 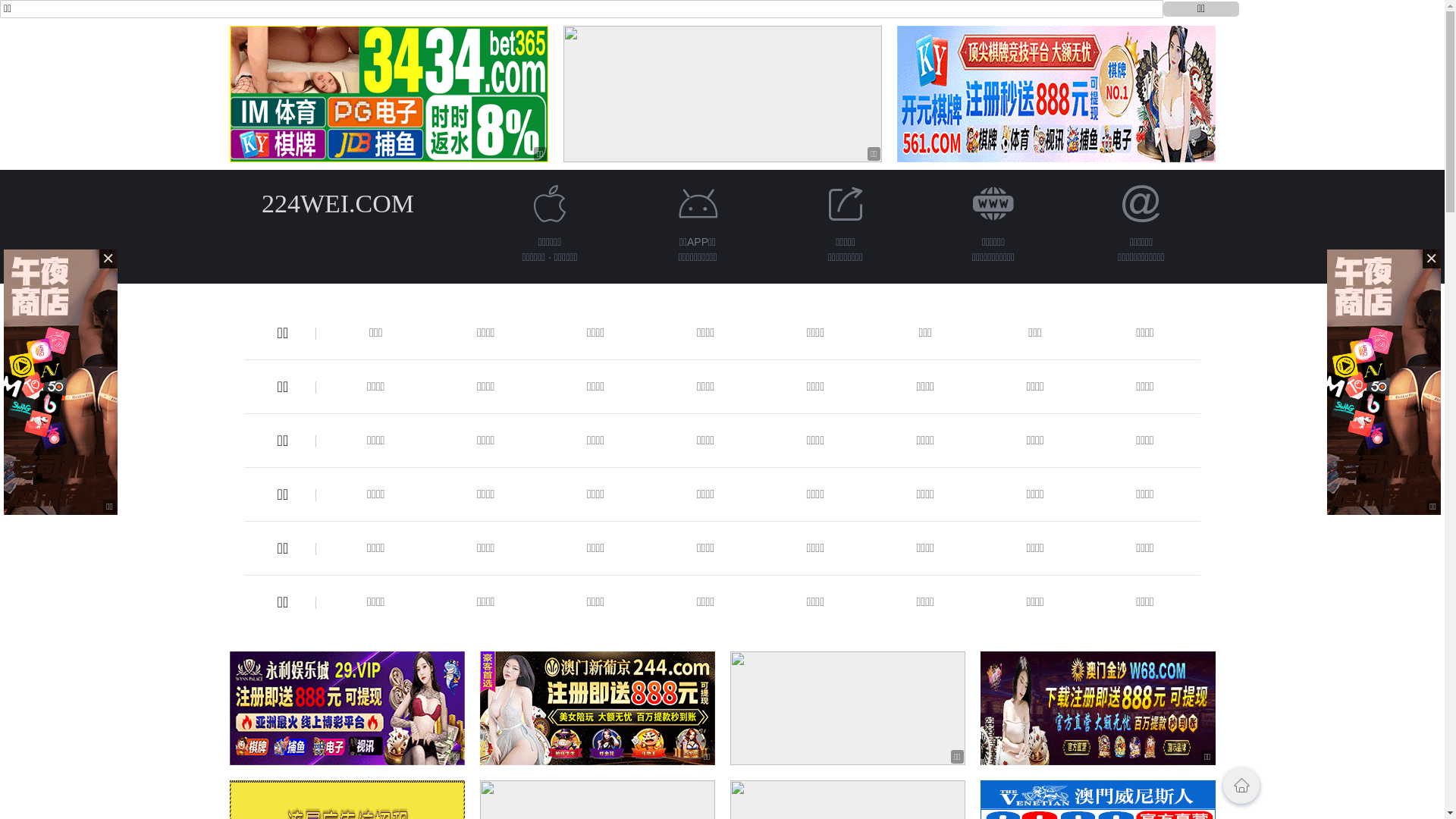 I want to click on '224WEI.COM', so click(x=337, y=202).